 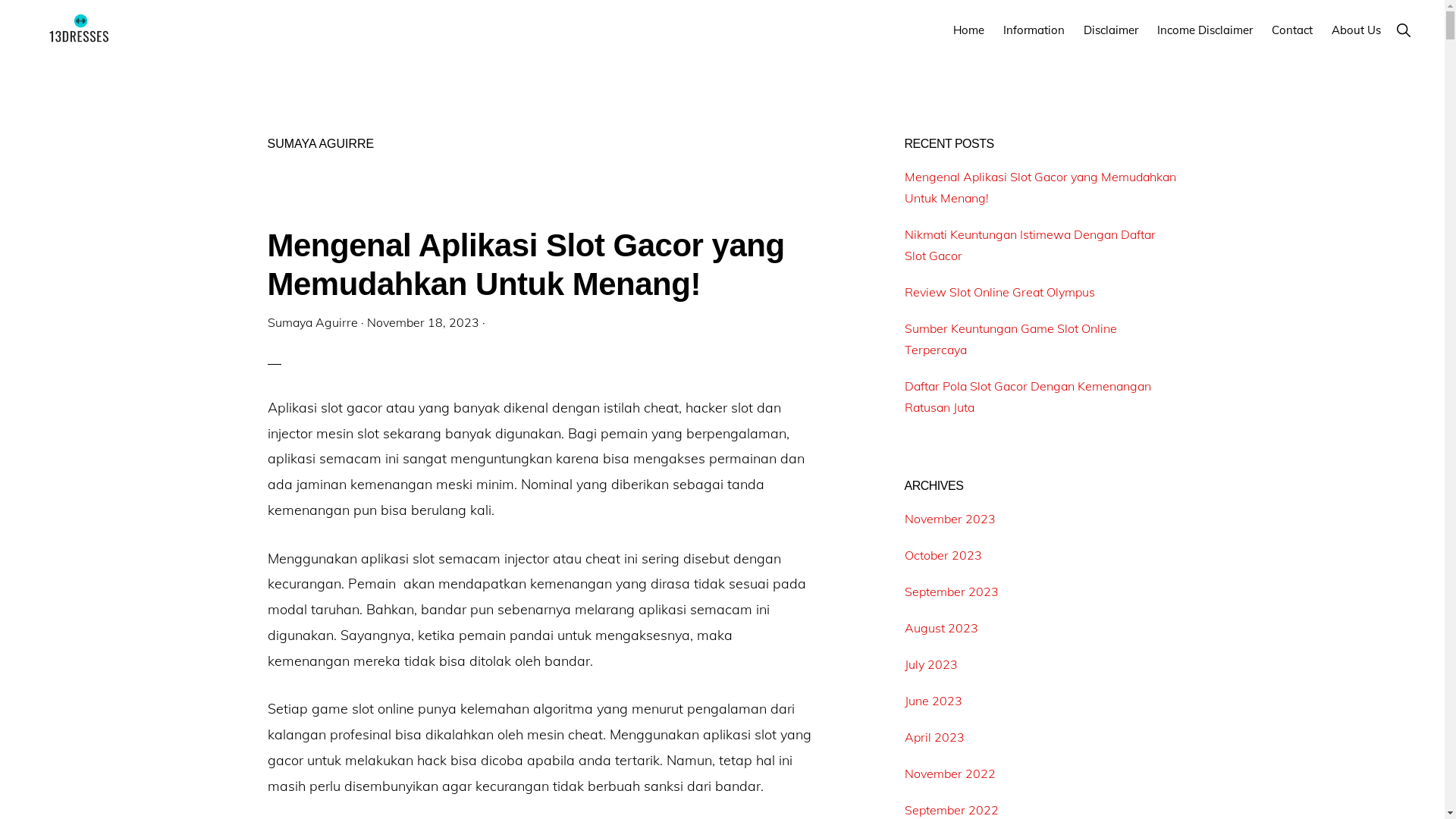 I want to click on 'September 2023', so click(x=949, y=590).